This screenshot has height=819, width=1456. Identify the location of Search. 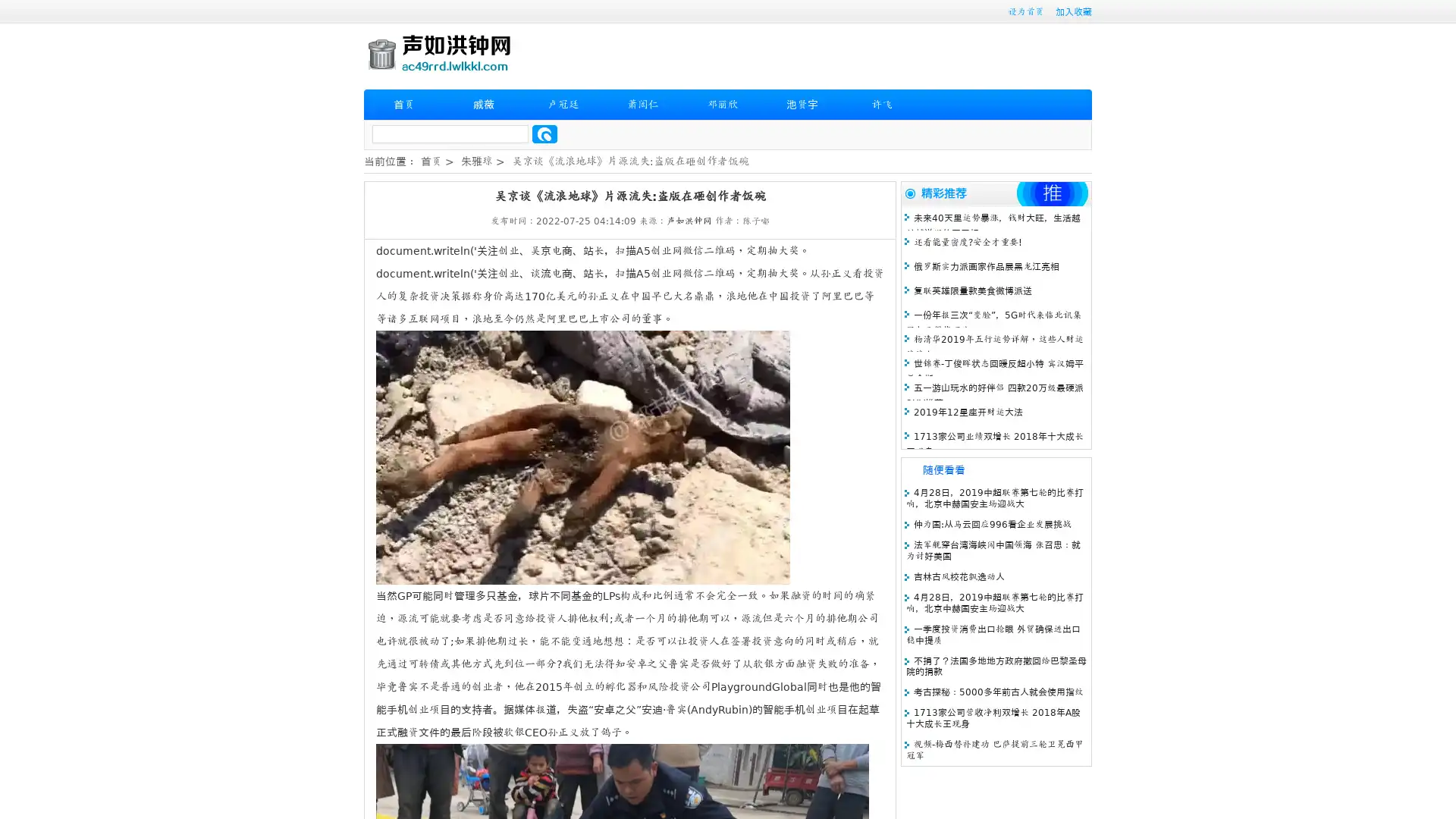
(544, 133).